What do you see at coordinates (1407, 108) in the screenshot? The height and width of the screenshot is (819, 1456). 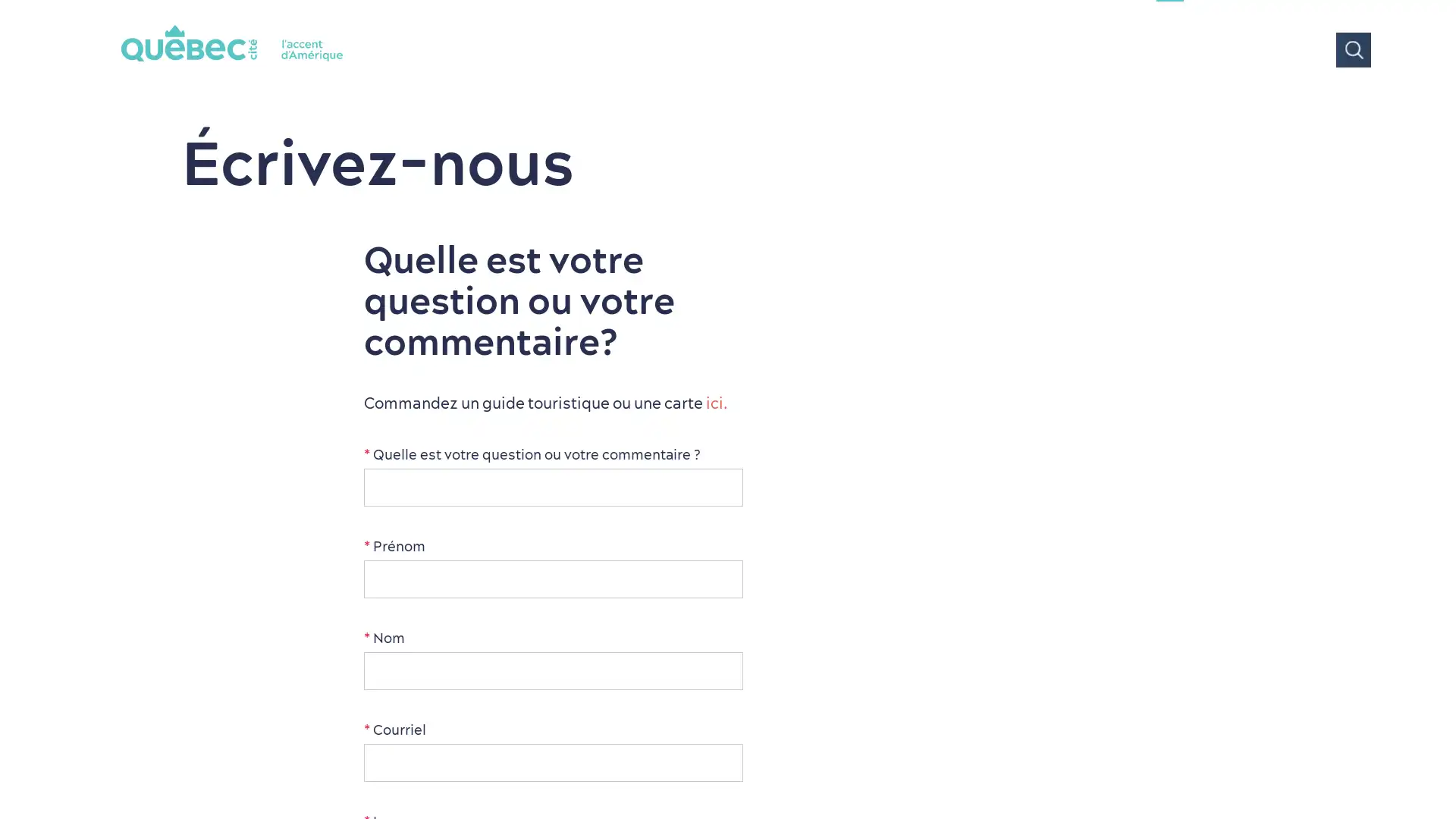 I see `Tous` at bounding box center [1407, 108].